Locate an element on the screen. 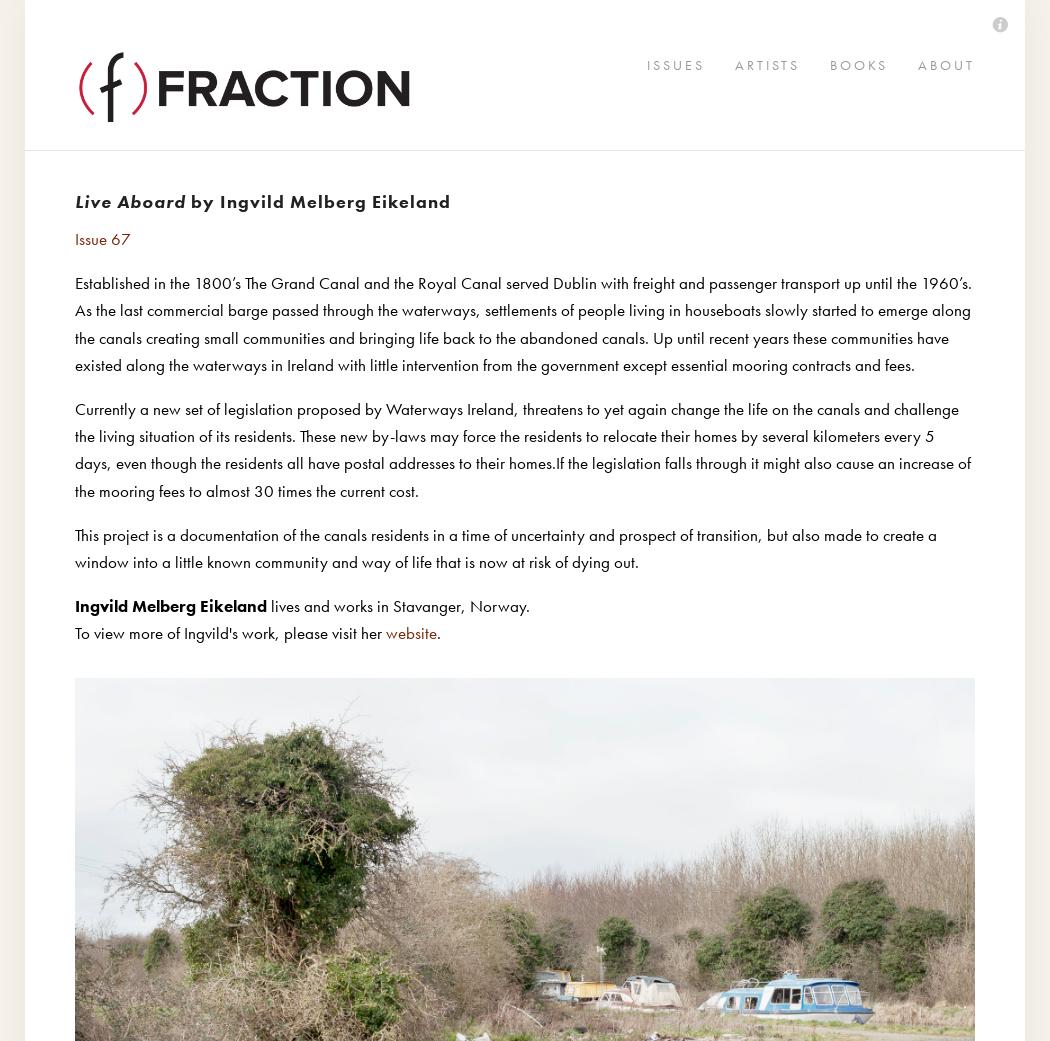 The width and height of the screenshot is (1050, 1041). 'Books' is located at coordinates (87, 130).